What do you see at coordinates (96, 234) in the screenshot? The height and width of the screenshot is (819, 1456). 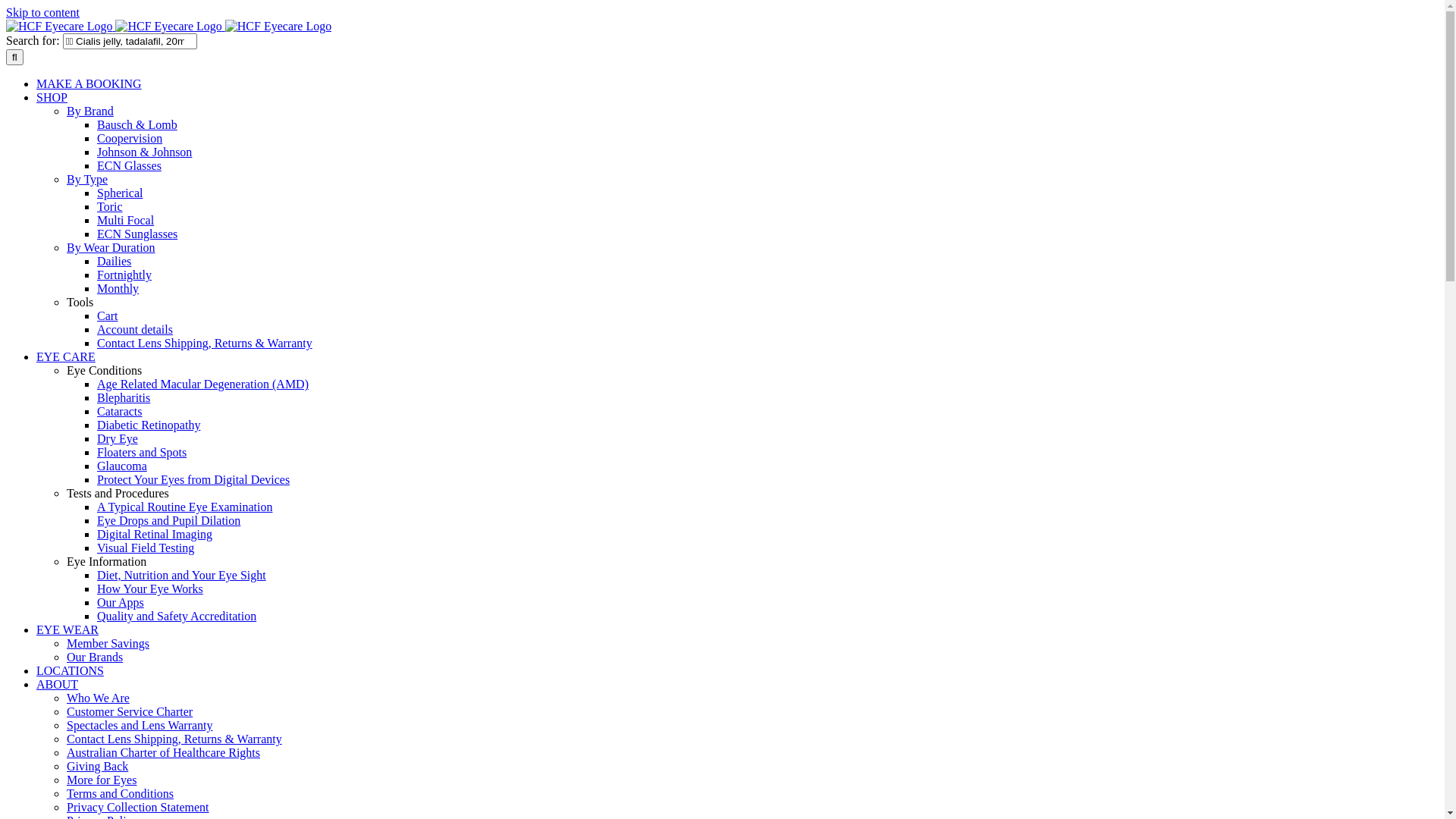 I see `'ECN Sunglasses'` at bounding box center [96, 234].